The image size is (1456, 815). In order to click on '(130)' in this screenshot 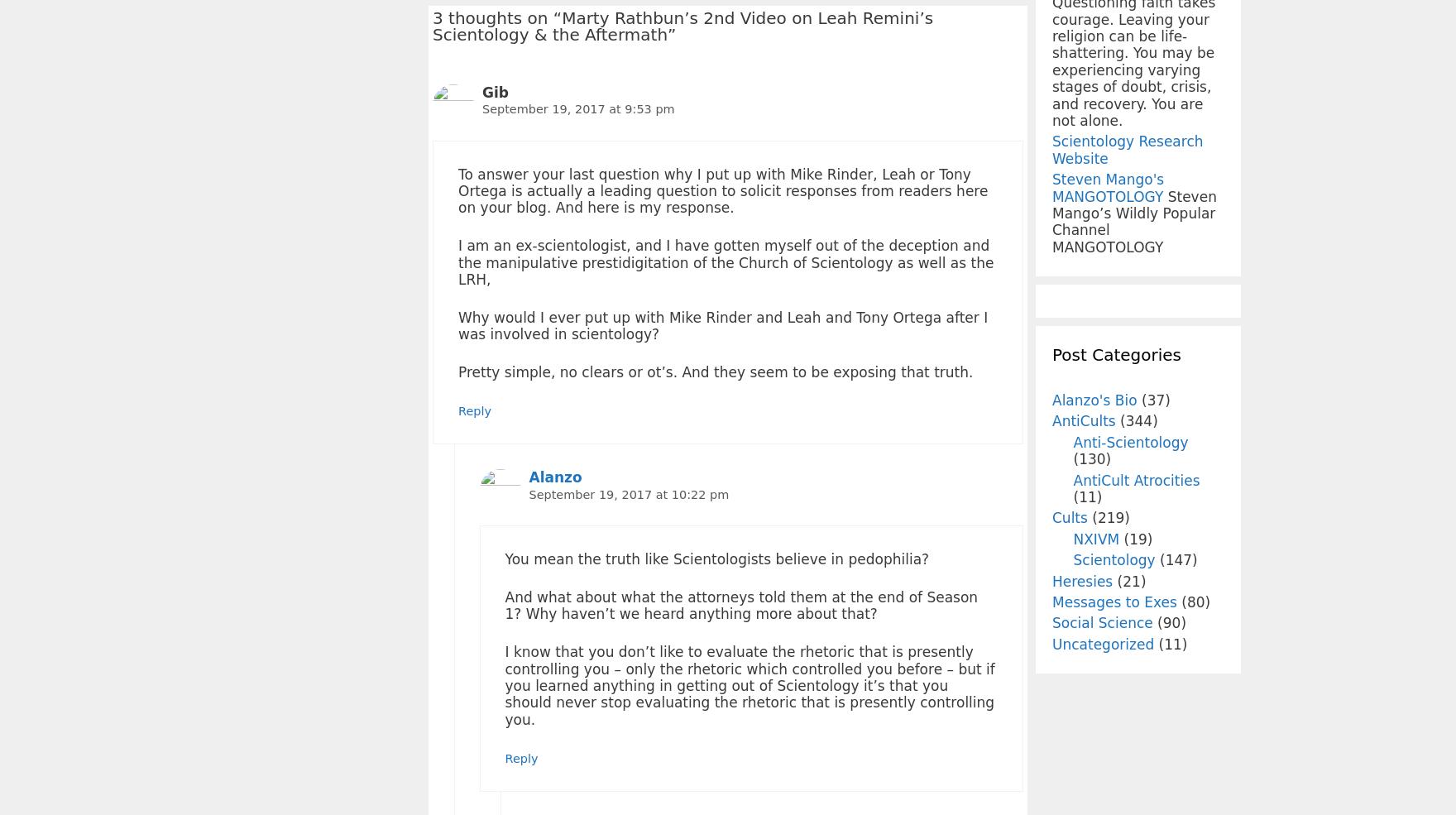, I will do `click(1092, 459)`.